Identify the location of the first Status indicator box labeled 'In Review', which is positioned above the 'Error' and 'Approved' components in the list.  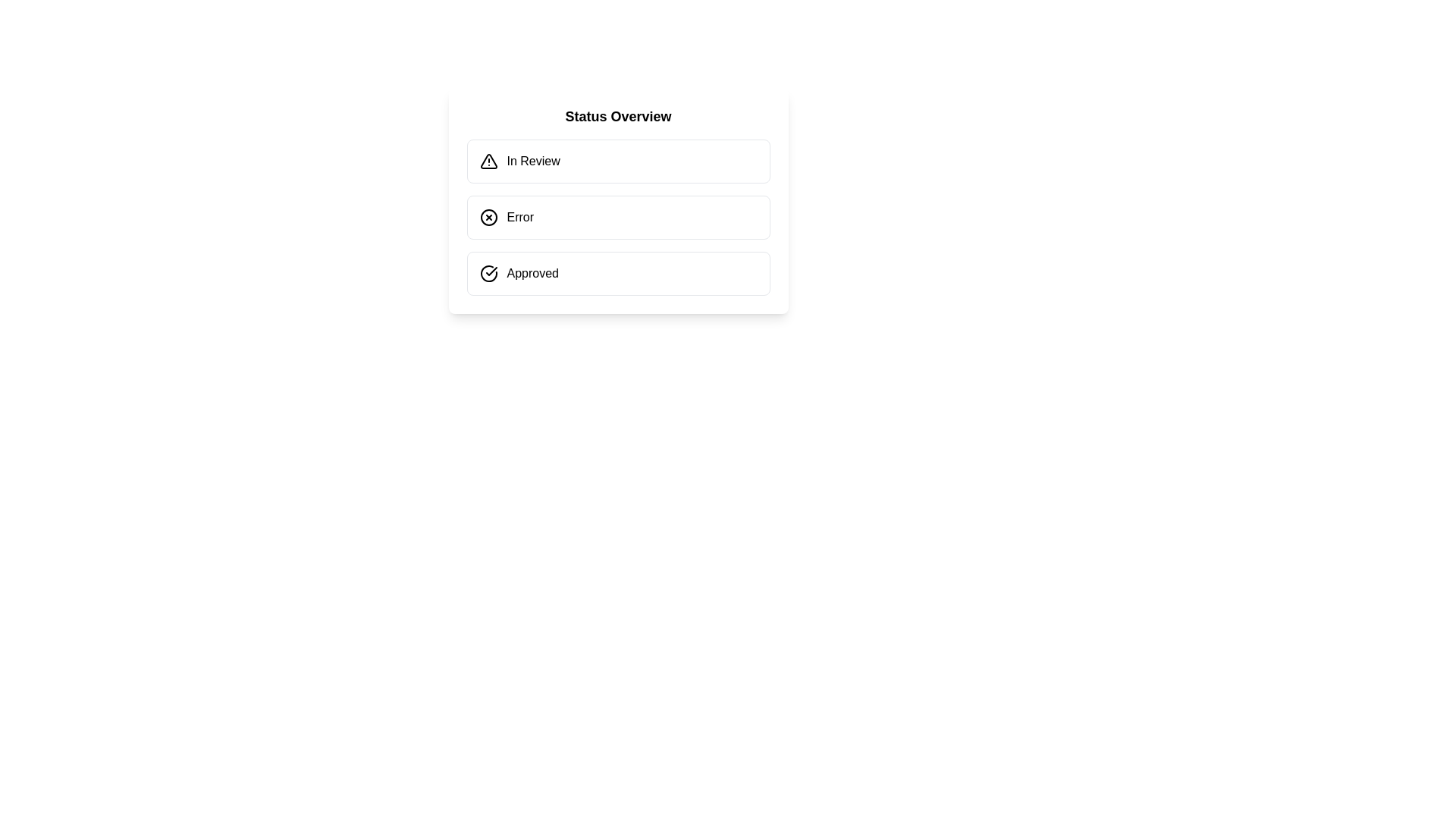
(618, 161).